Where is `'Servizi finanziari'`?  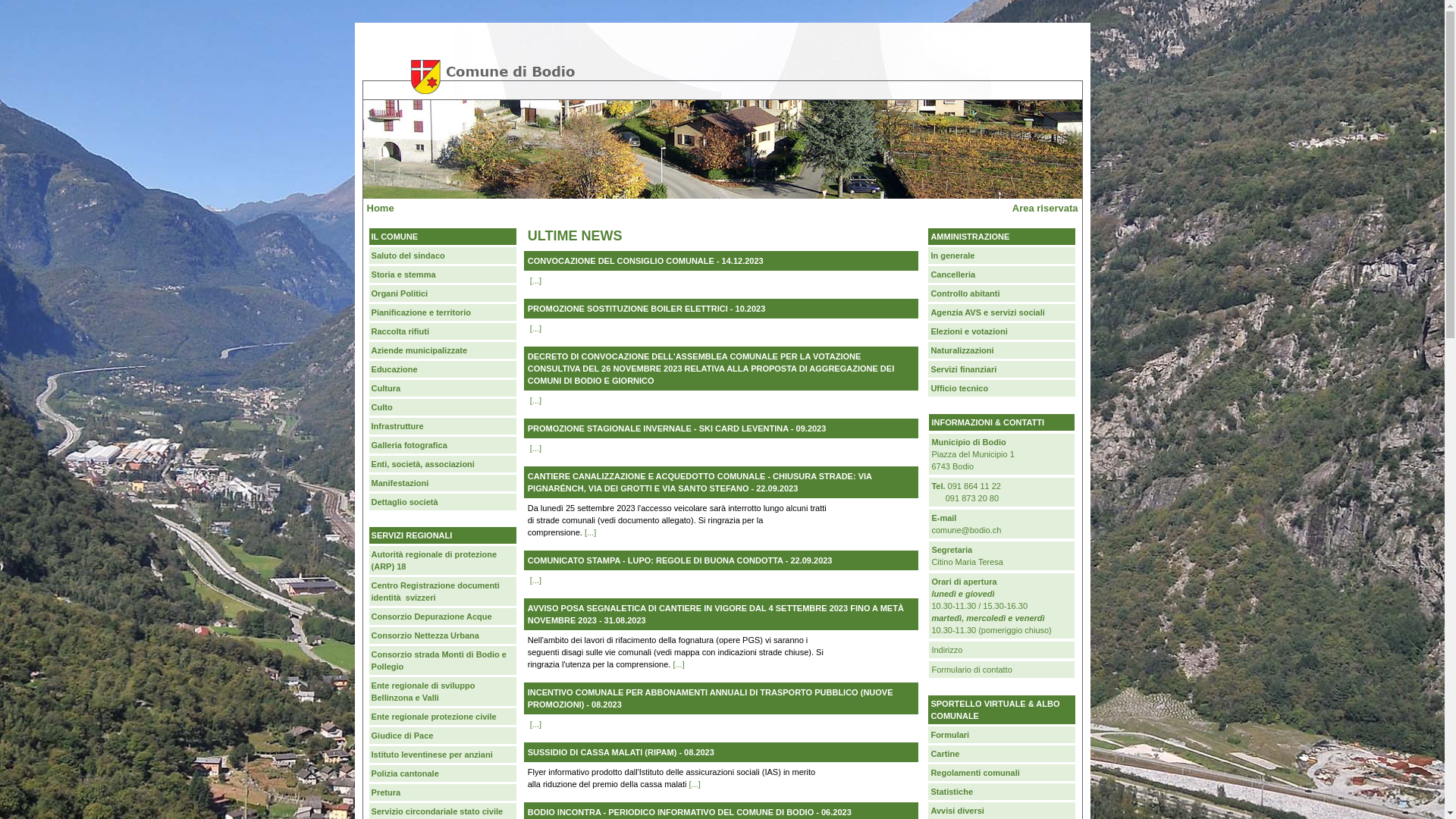 'Servizi finanziari' is located at coordinates (927, 369).